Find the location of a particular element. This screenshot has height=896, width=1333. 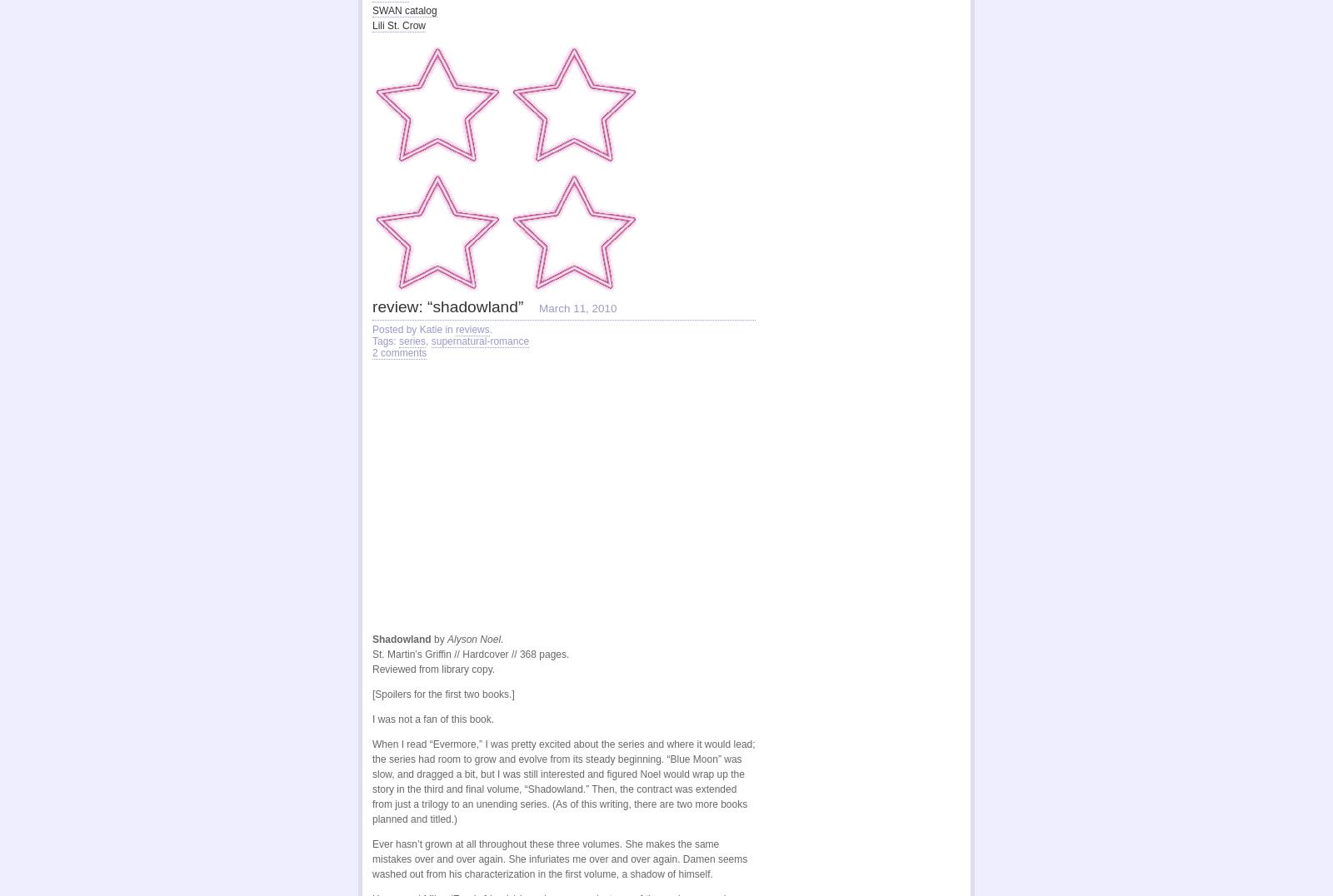

'by' is located at coordinates (438, 638).